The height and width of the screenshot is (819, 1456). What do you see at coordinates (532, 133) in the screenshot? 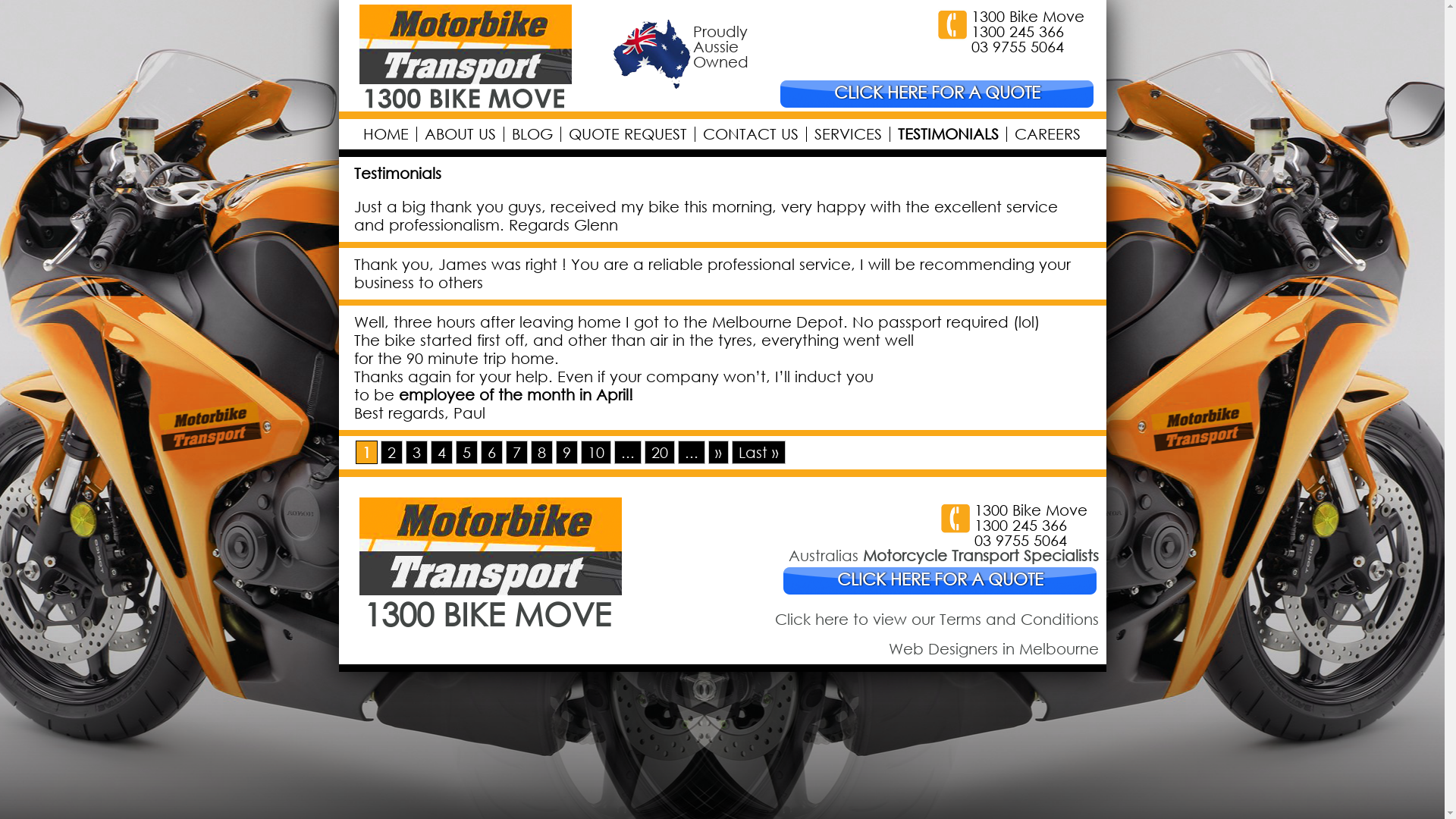
I see `'BLOG'` at bounding box center [532, 133].